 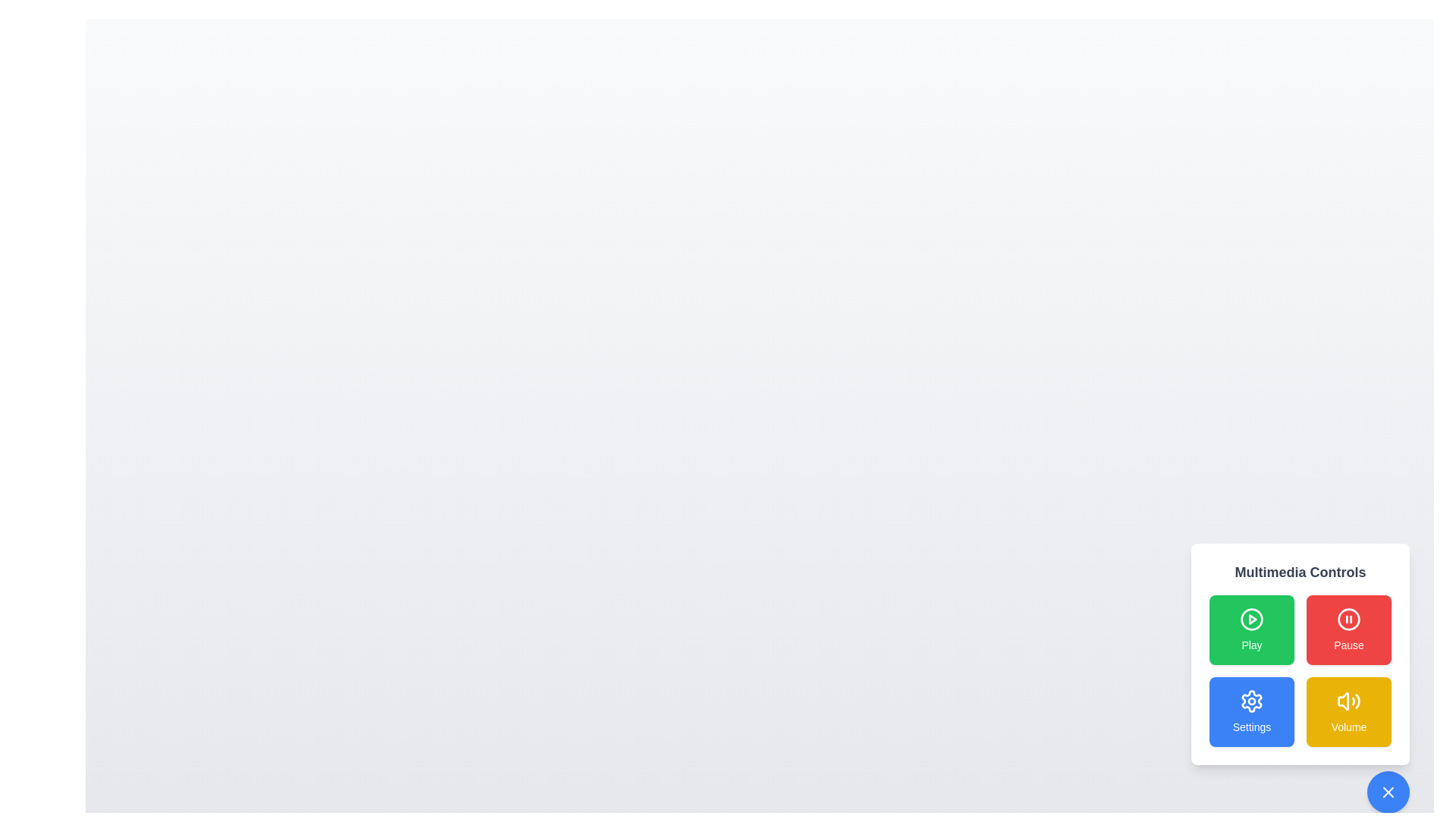 I want to click on the settings button located in the bottom-left quadrant of the multimedia control grid, so click(x=1252, y=701).